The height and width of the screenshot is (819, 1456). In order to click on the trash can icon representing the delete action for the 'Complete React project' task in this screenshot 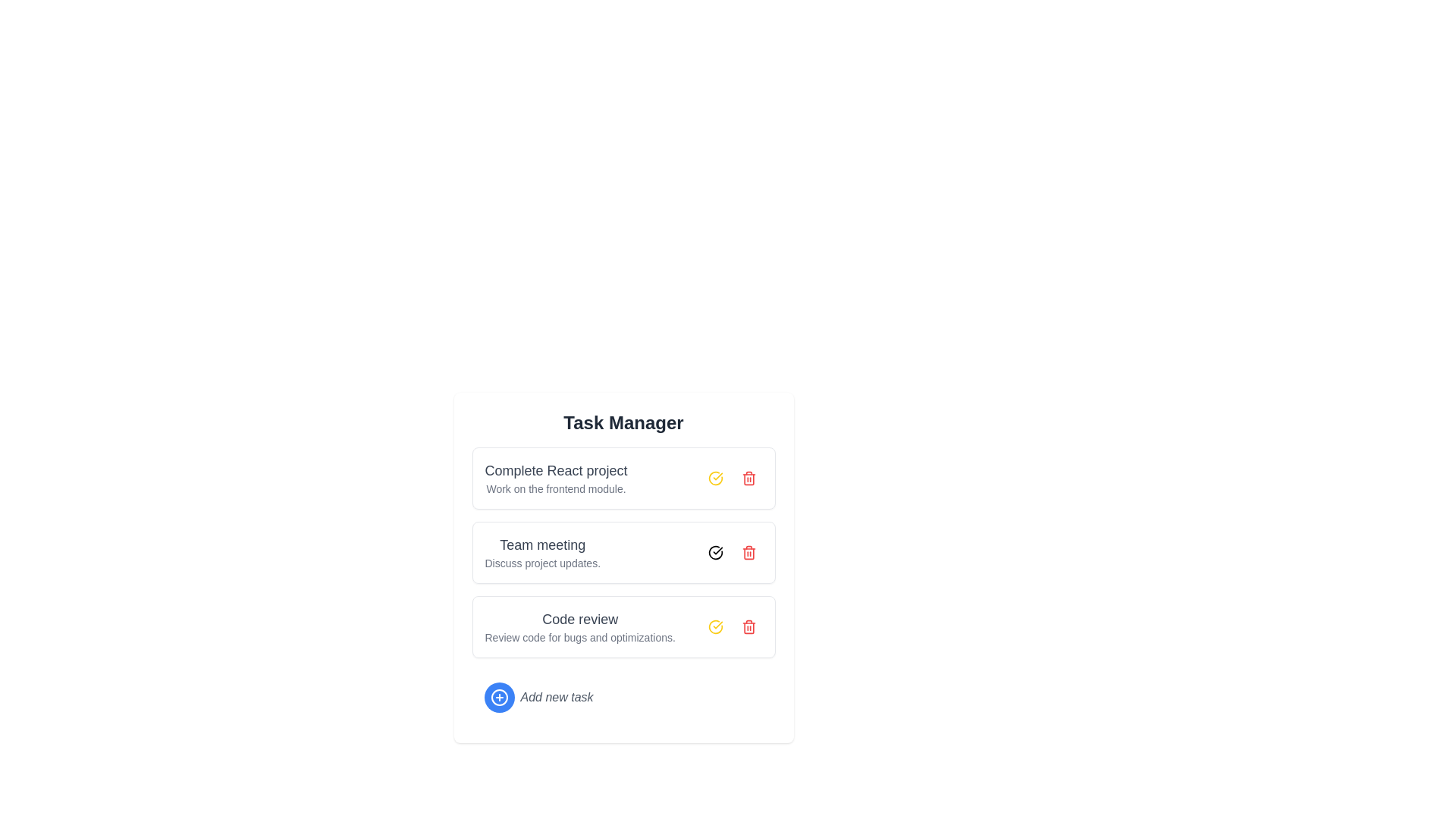, I will do `click(748, 479)`.